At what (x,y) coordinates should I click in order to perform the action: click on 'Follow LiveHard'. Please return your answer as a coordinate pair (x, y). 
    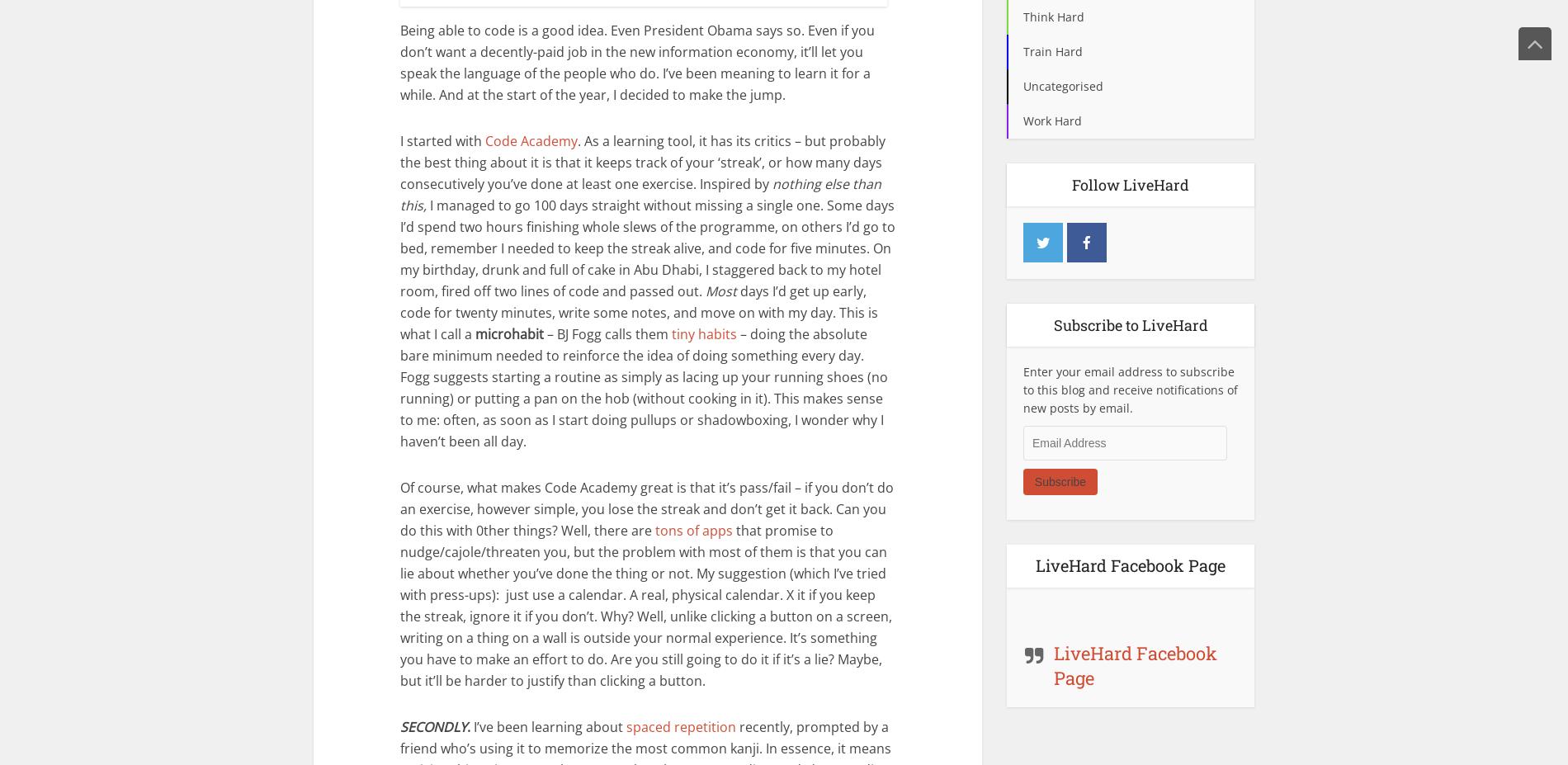
    Looking at the image, I should click on (1130, 184).